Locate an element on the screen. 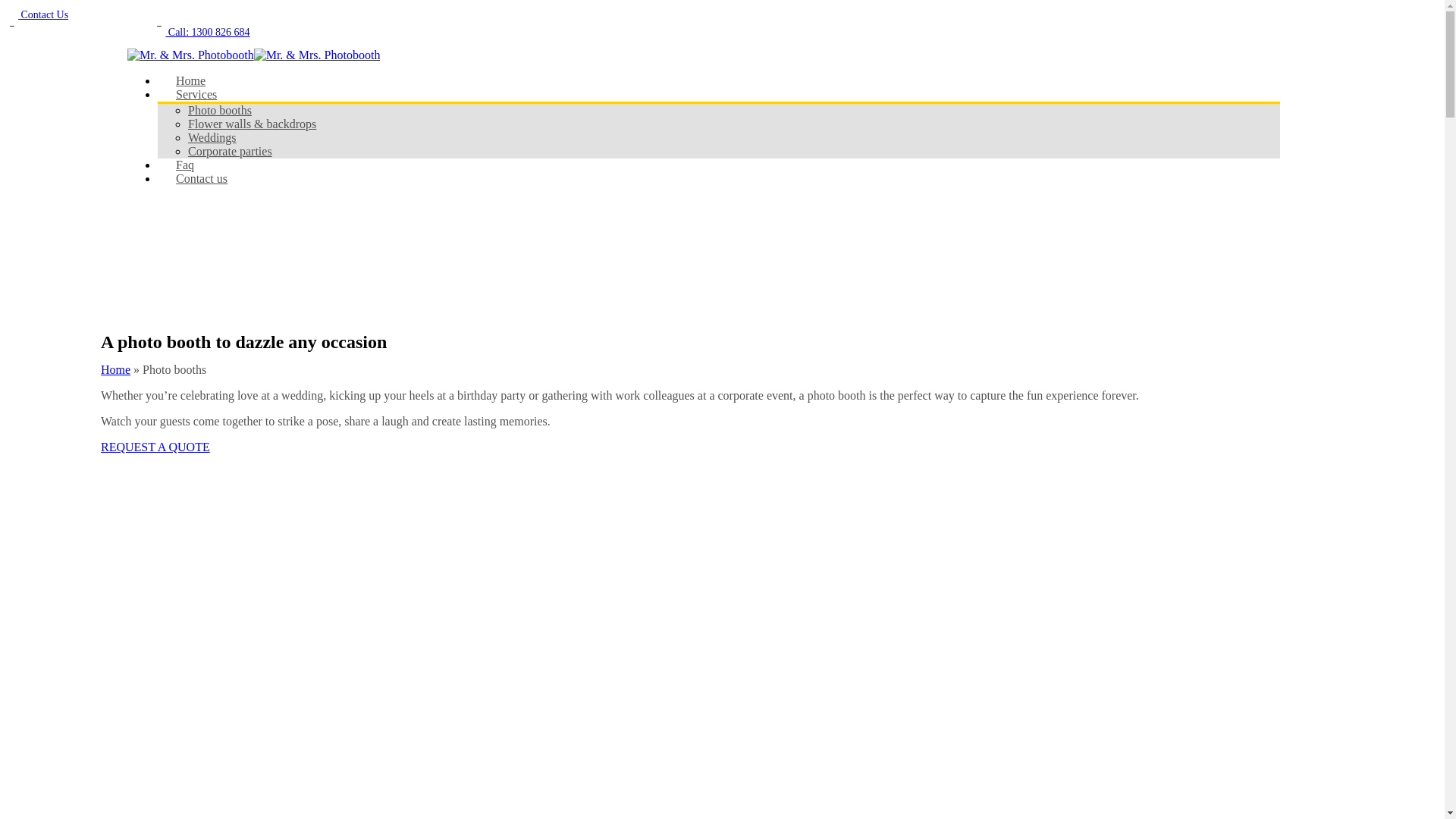 This screenshot has width=1456, height=819. 'Corporate parties' is located at coordinates (229, 151).